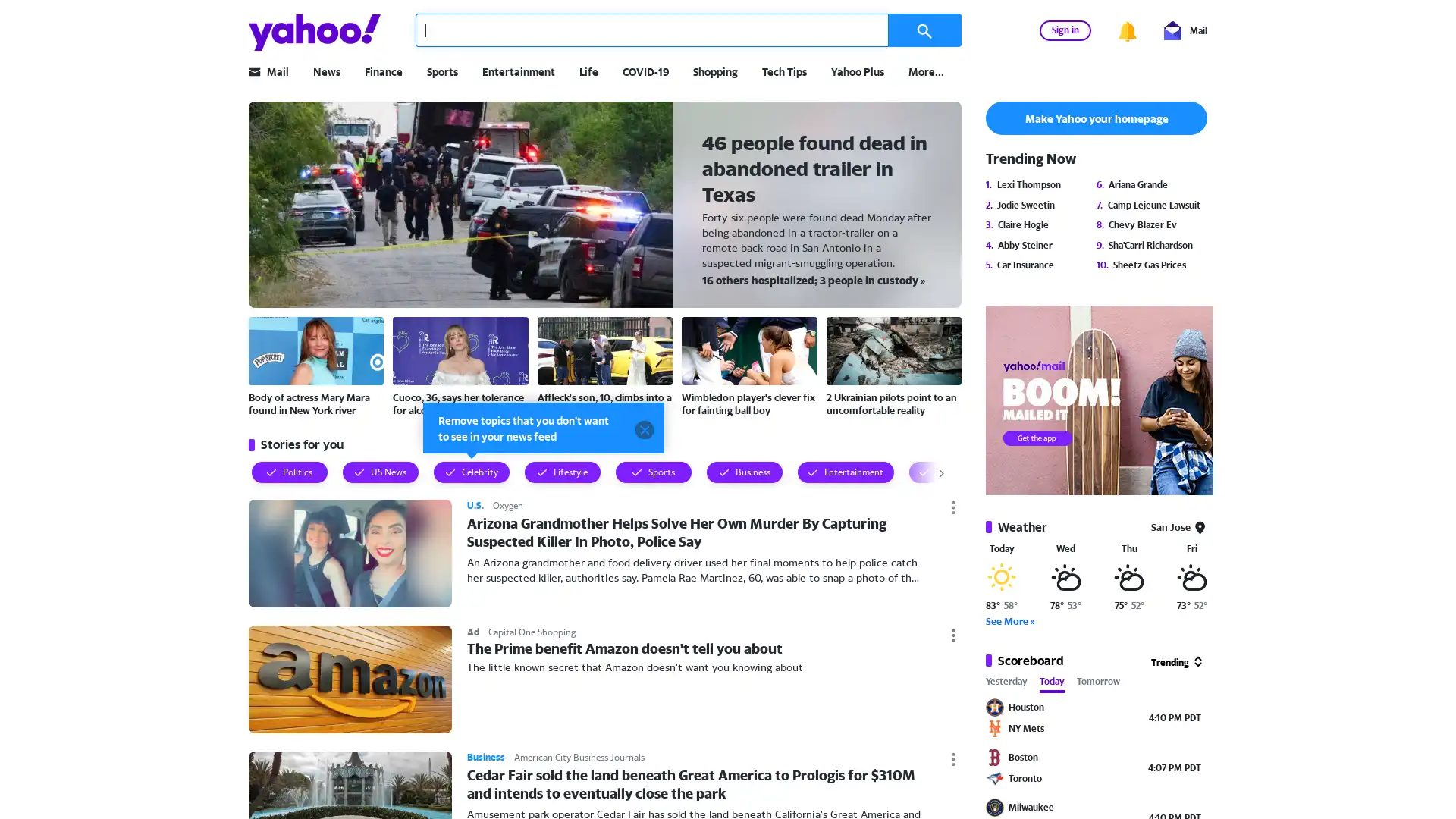  Describe the element at coordinates (1006, 683) in the screenshot. I see `Yesterday` at that location.